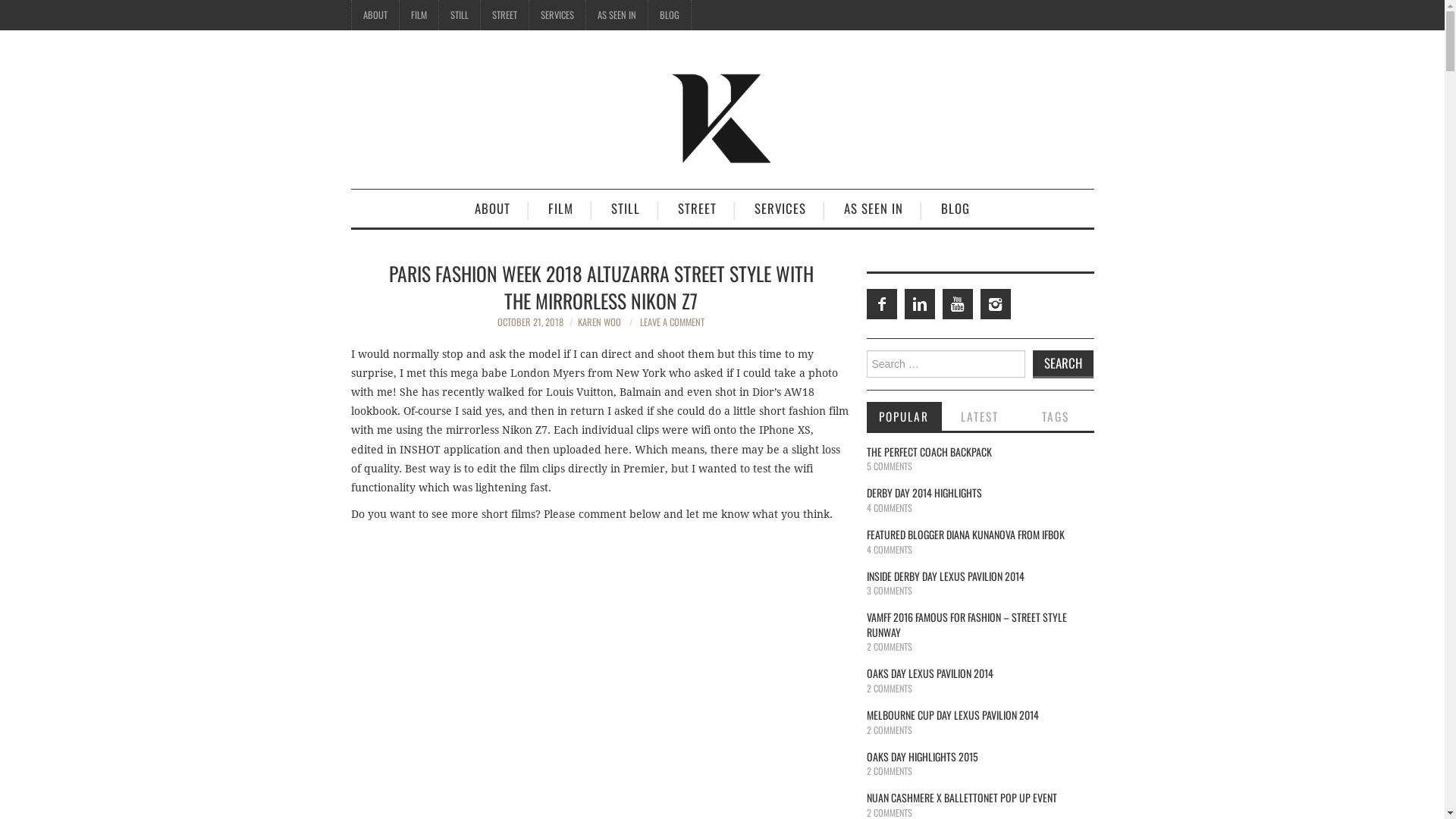 The image size is (1456, 819). What do you see at coordinates (437, 14) in the screenshot?
I see `'STILL'` at bounding box center [437, 14].